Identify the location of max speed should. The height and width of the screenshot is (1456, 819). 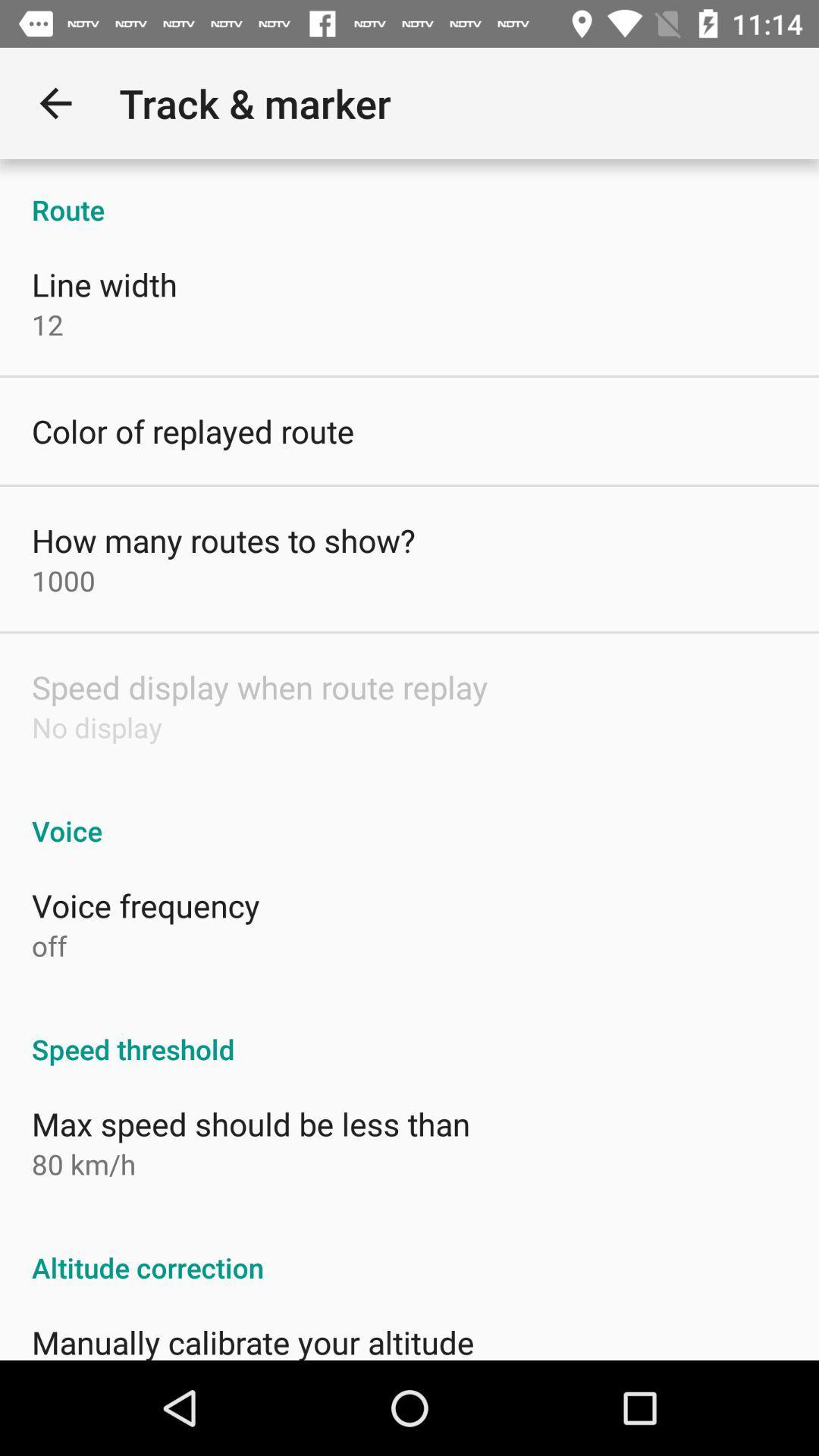
(250, 1124).